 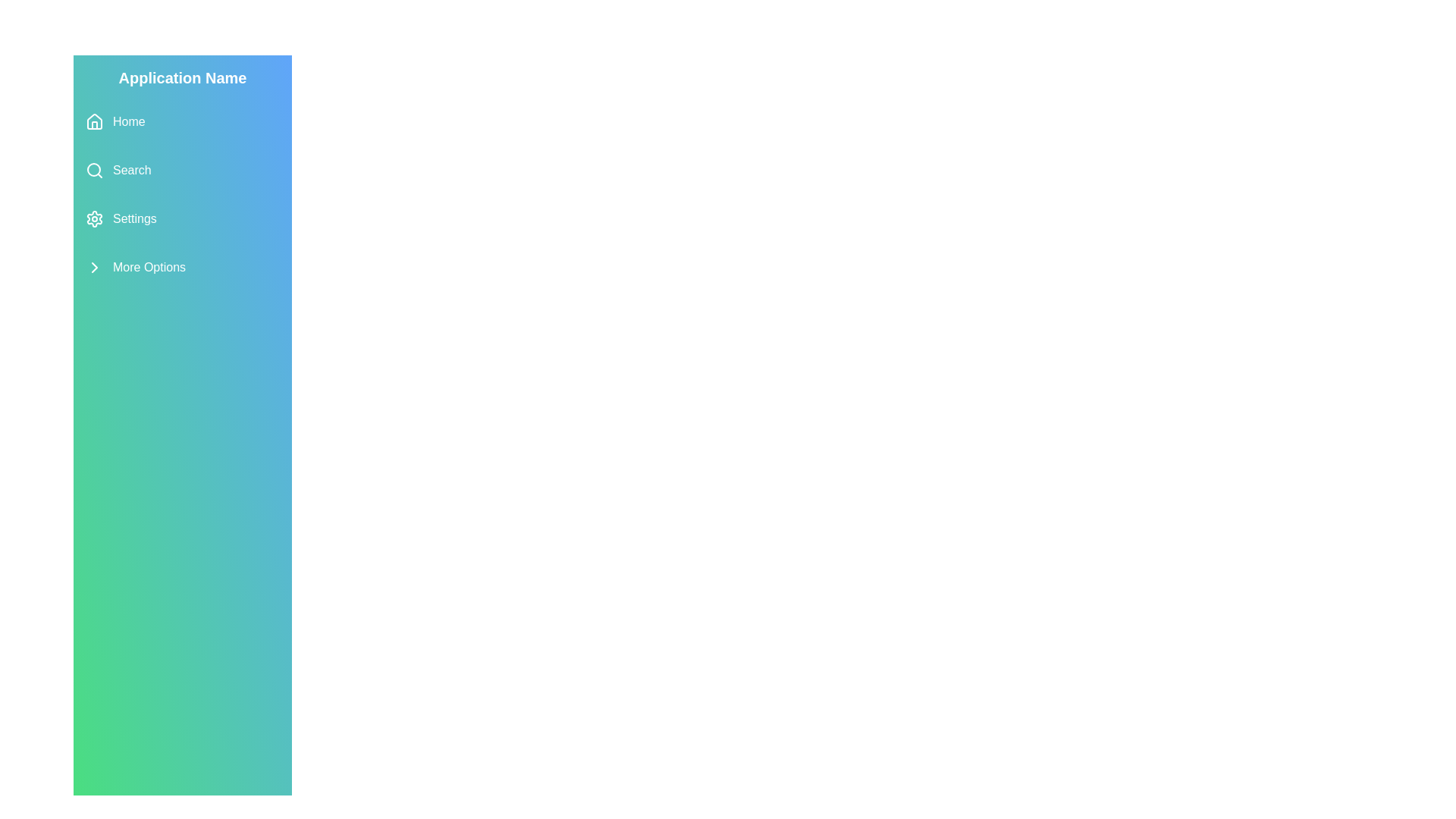 What do you see at coordinates (182, 121) in the screenshot?
I see `the menu item Home` at bounding box center [182, 121].